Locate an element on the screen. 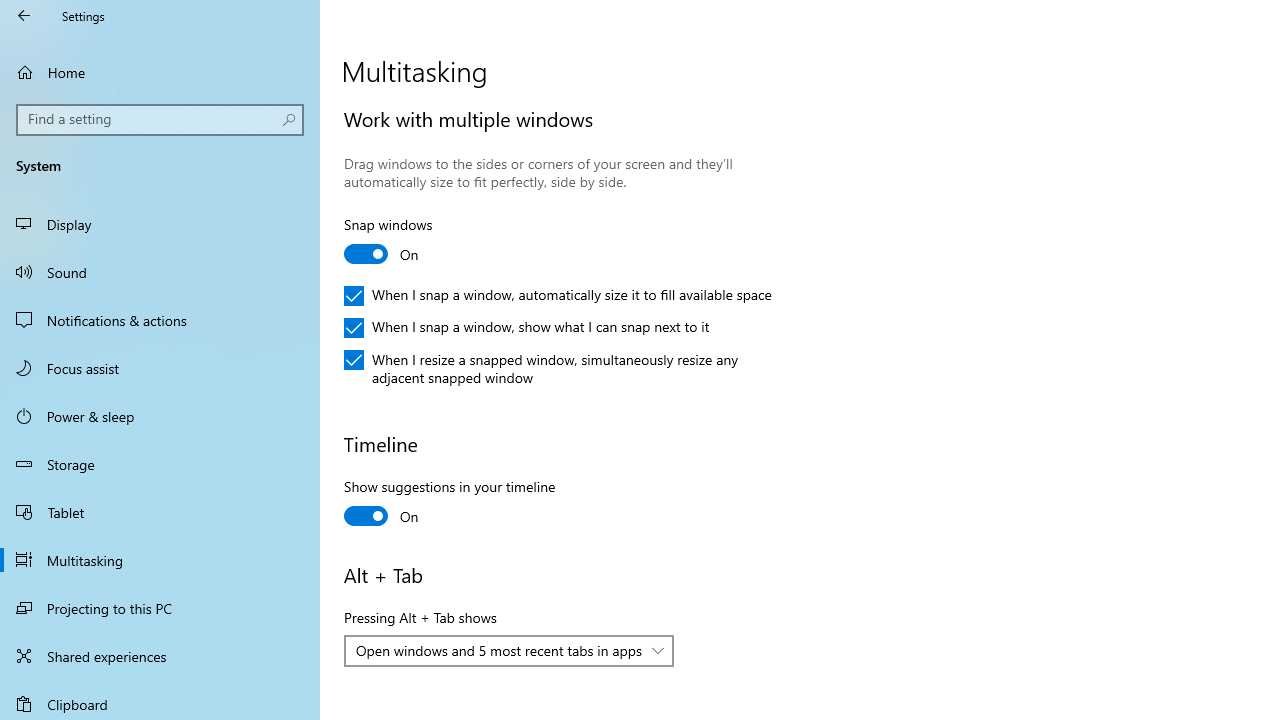  'Shared experiences' is located at coordinates (160, 655).